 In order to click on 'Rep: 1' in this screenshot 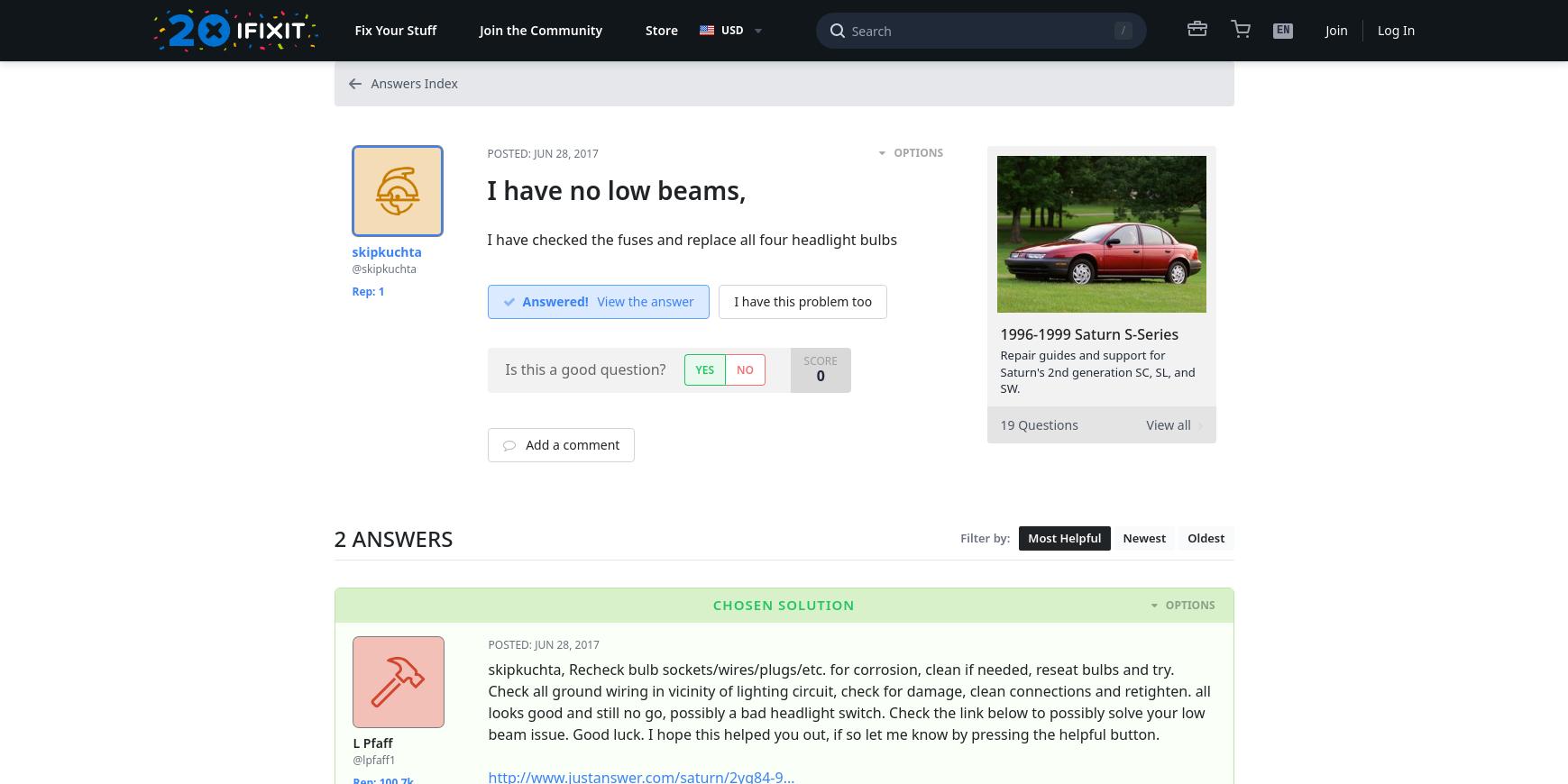, I will do `click(367, 291)`.